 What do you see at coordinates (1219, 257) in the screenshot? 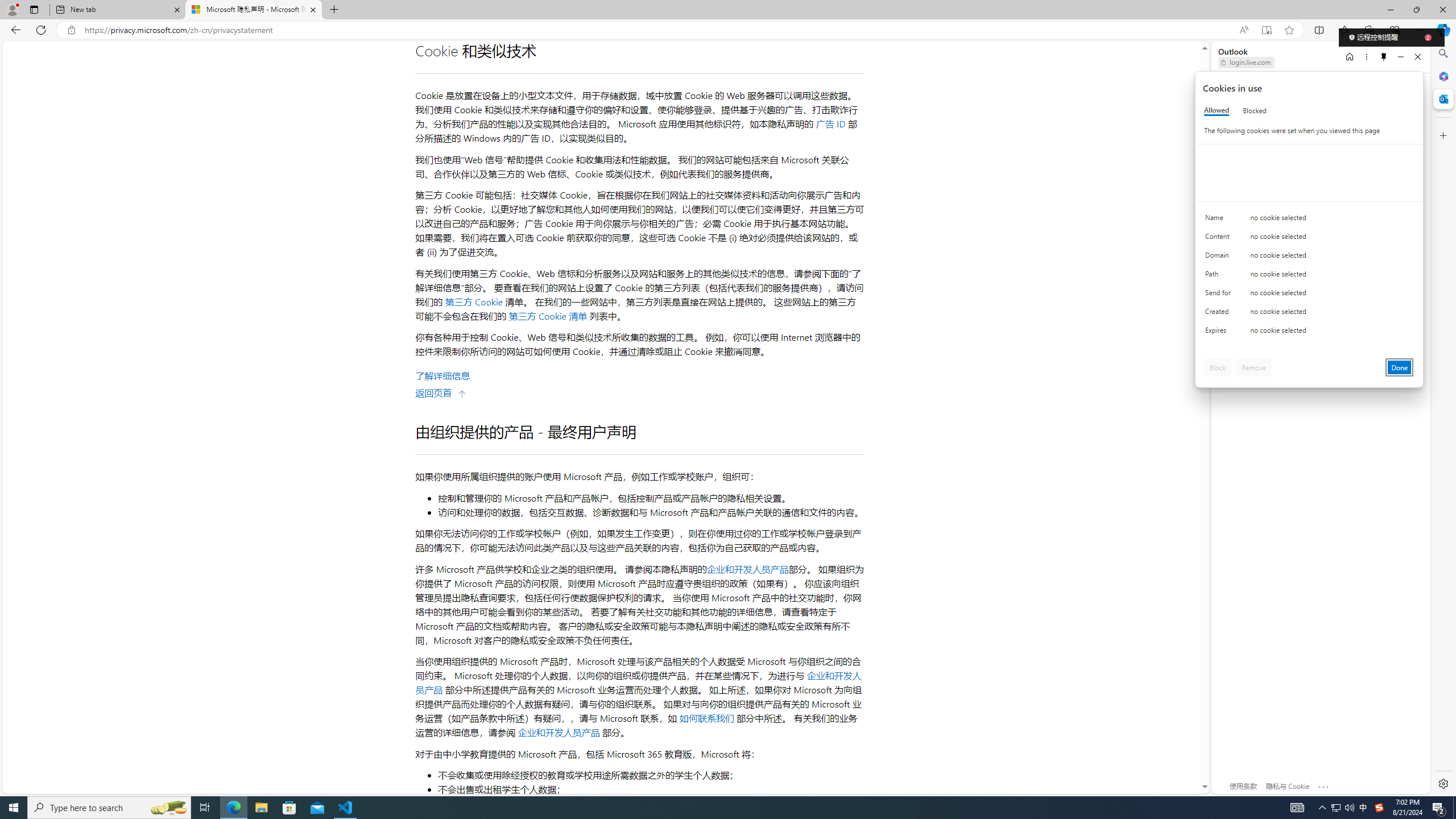
I see `'Domain'` at bounding box center [1219, 257].